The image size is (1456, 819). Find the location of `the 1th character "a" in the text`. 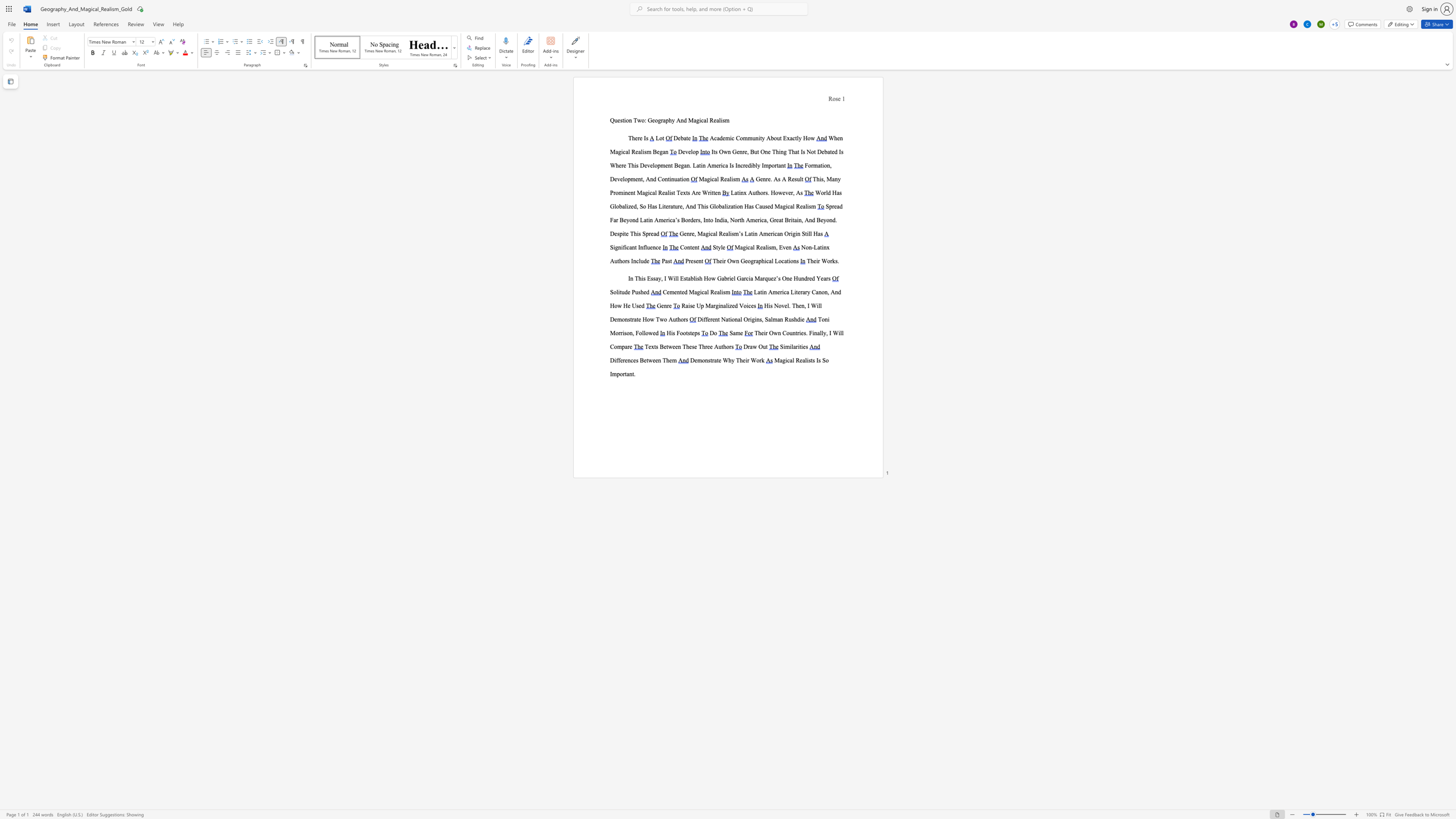

the 1th character "a" in the text is located at coordinates (704, 179).